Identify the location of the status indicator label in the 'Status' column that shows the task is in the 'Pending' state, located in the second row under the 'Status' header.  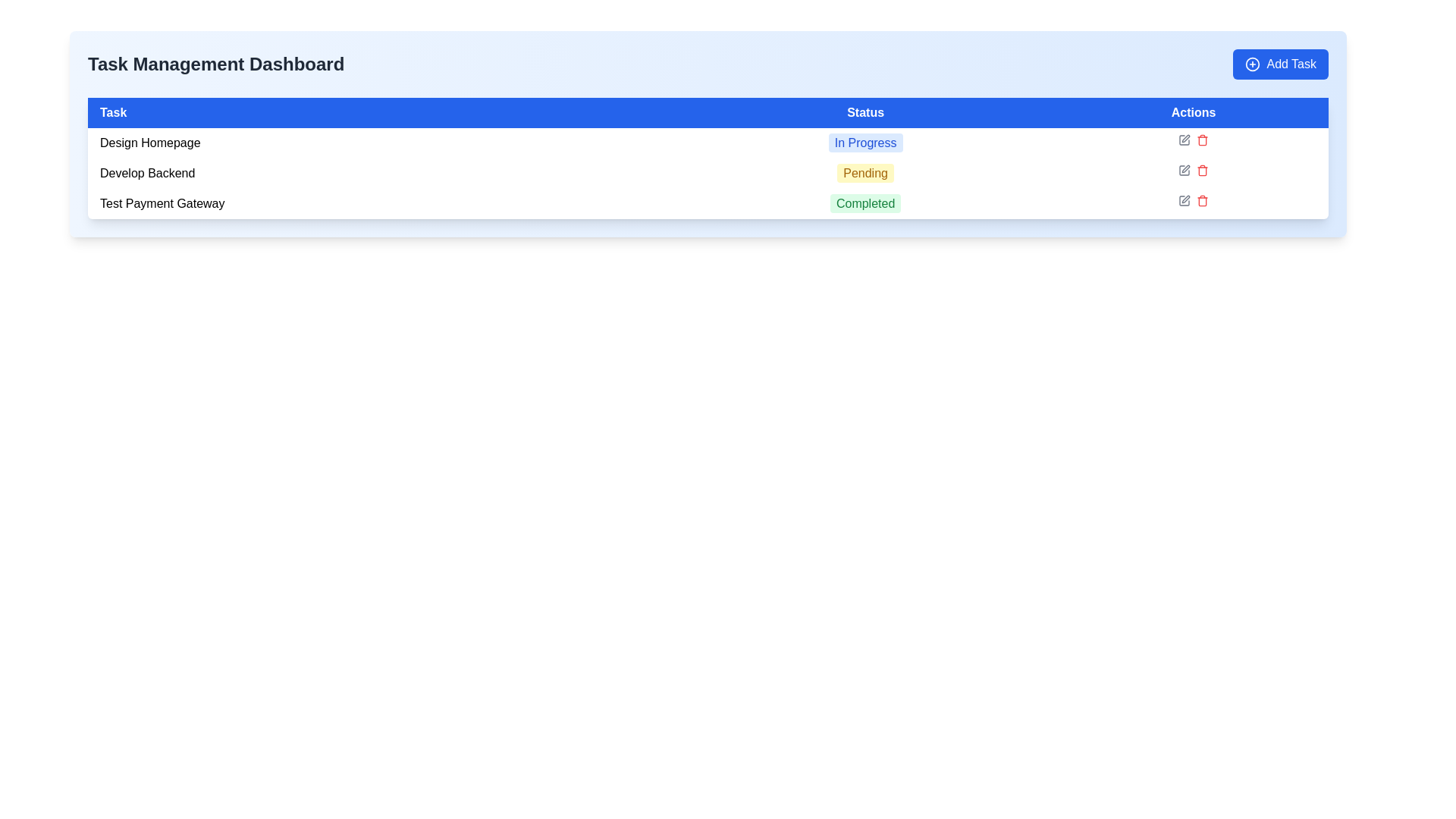
(865, 172).